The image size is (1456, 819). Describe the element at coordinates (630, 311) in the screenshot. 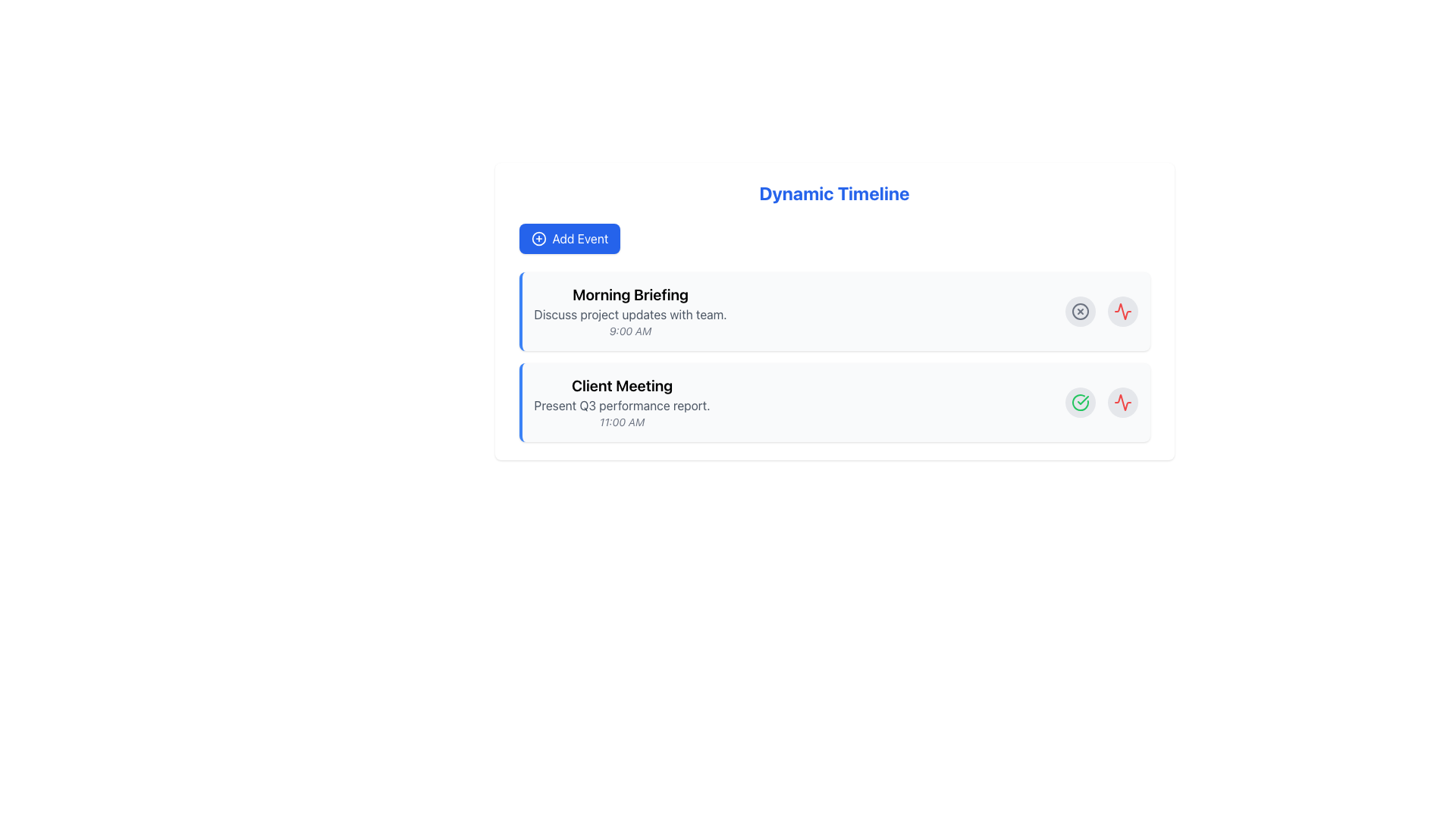

I see `the textual item indicating the event titled 'Morning Briefing' with the details 'Discuss project updates with team.' and the scheduled time '9:00 AM'` at that location.